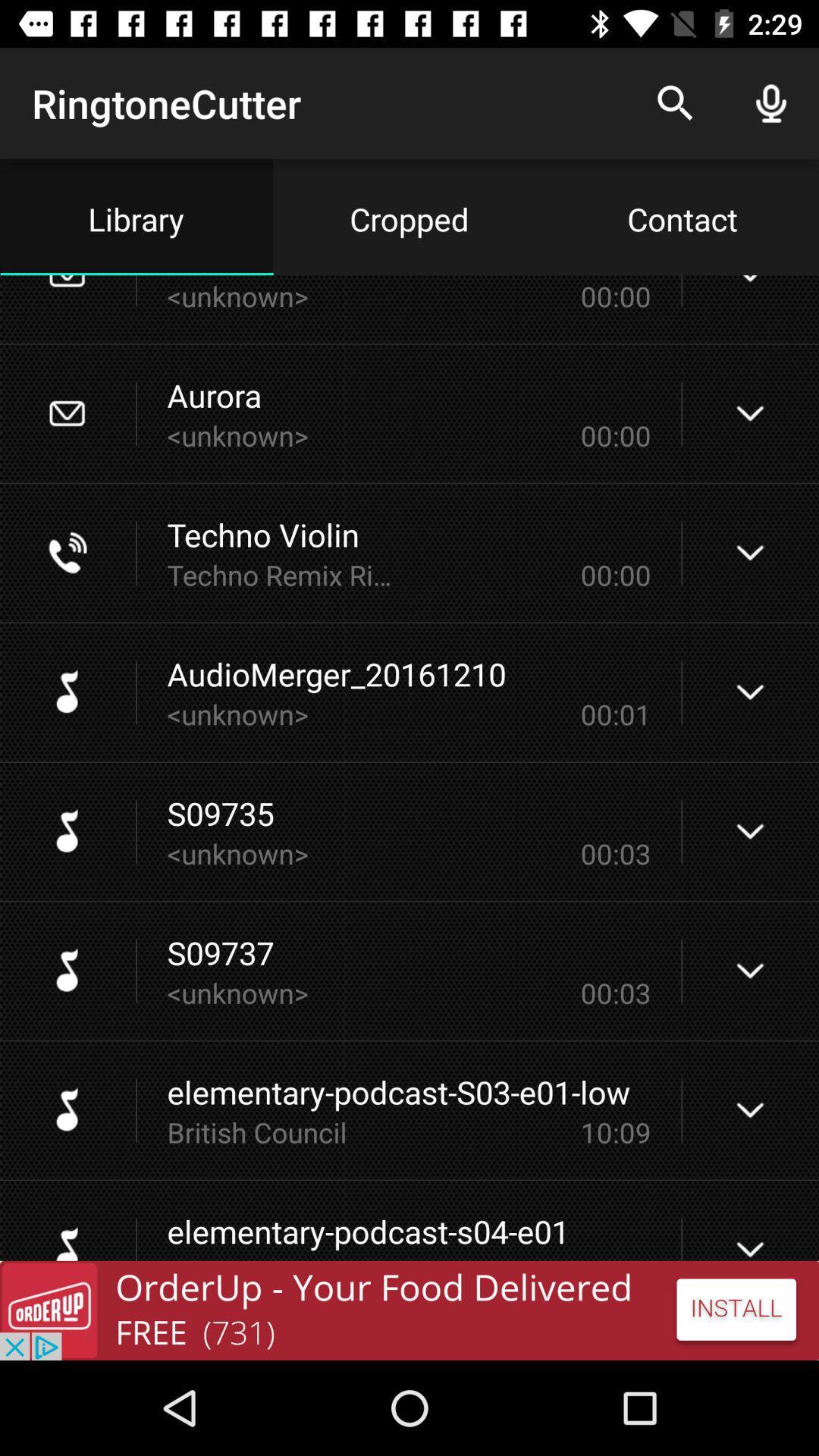 This screenshot has height=1456, width=819. Describe the element at coordinates (409, 1310) in the screenshot. I see `the picture` at that location.